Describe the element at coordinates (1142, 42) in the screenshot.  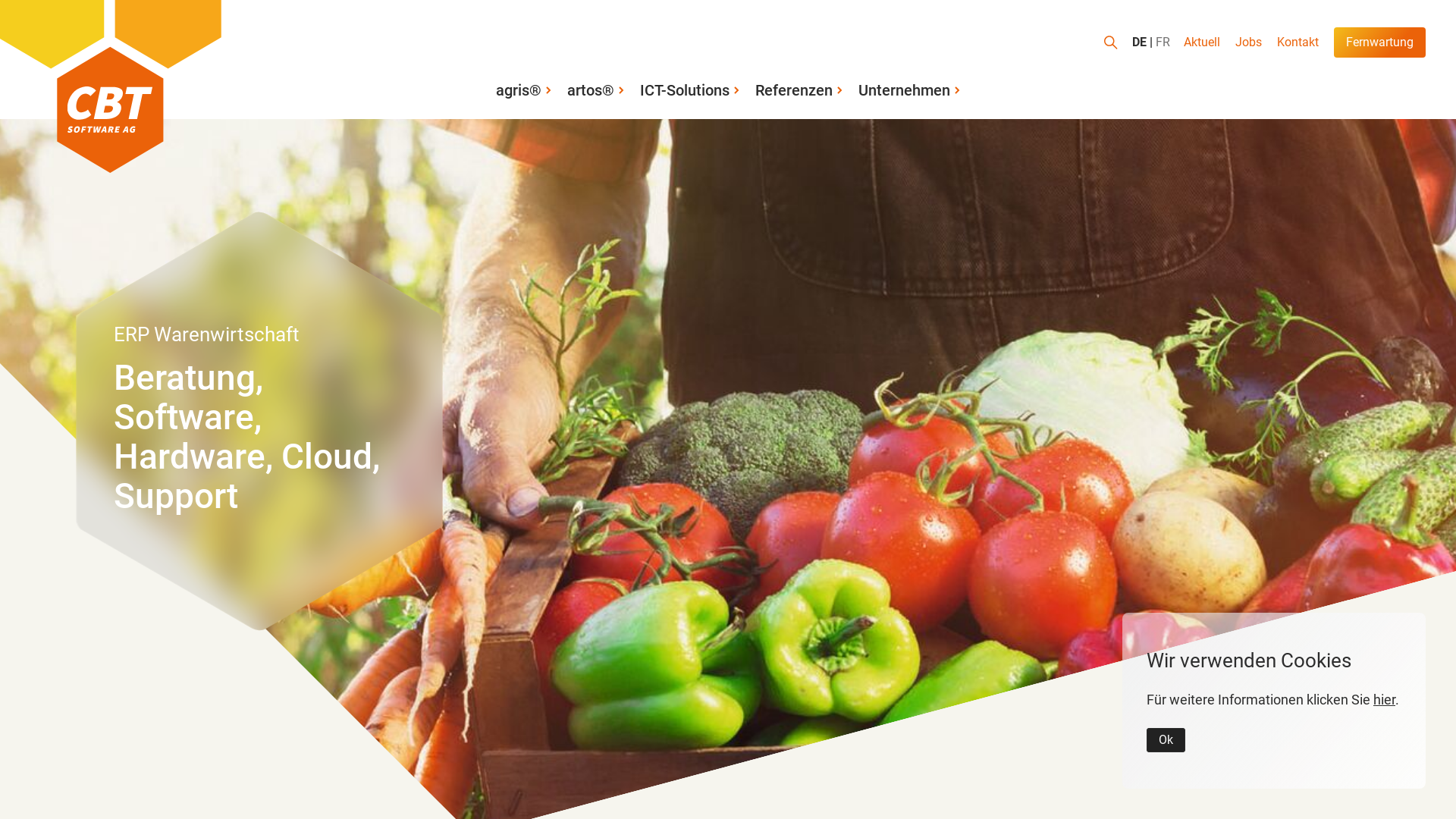
I see `'DE'` at that location.